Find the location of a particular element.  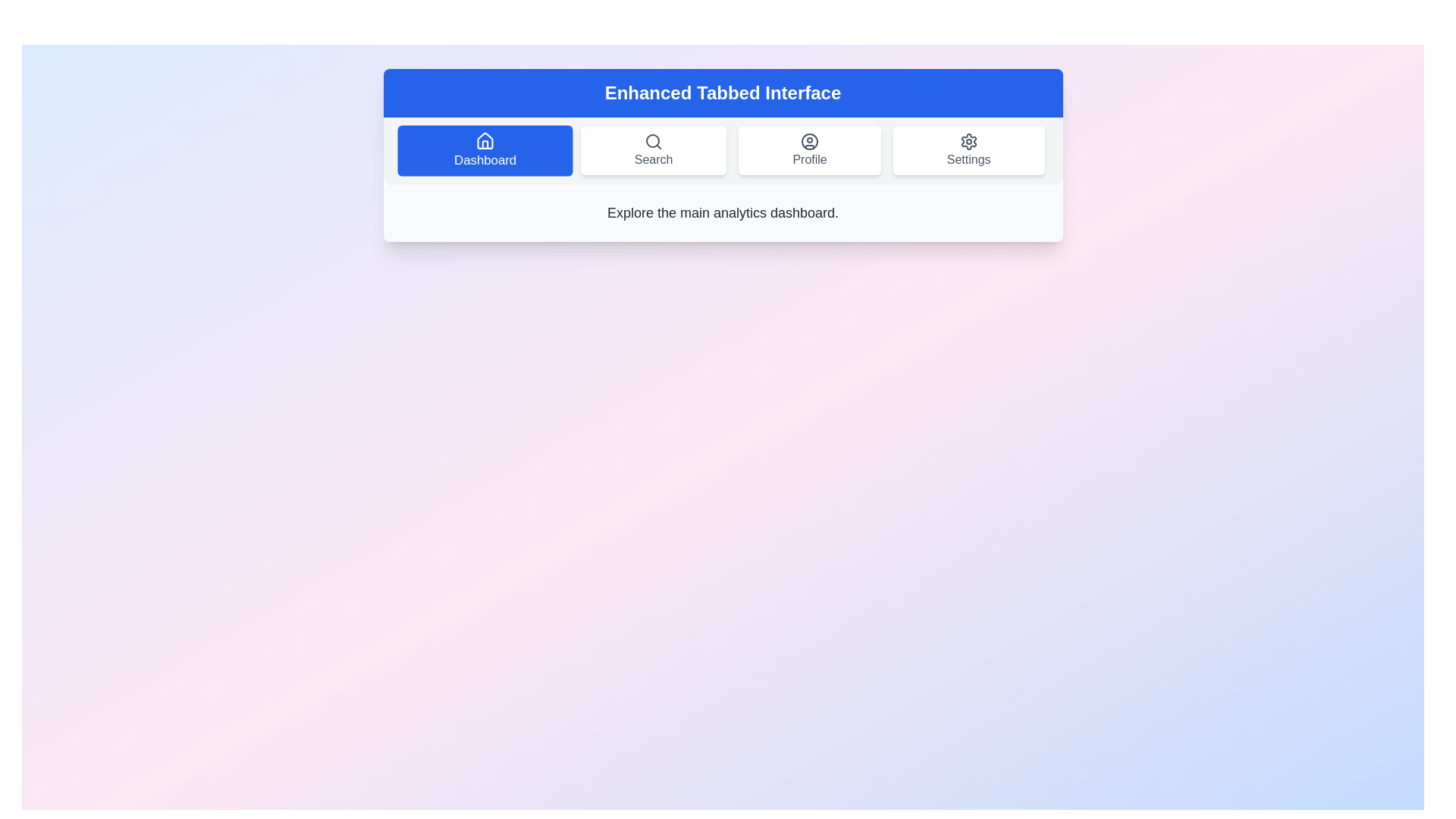

the title text element located at the top-center of the interface, which is positioned within a blue-colored background and serves as the header for the section is located at coordinates (722, 93).